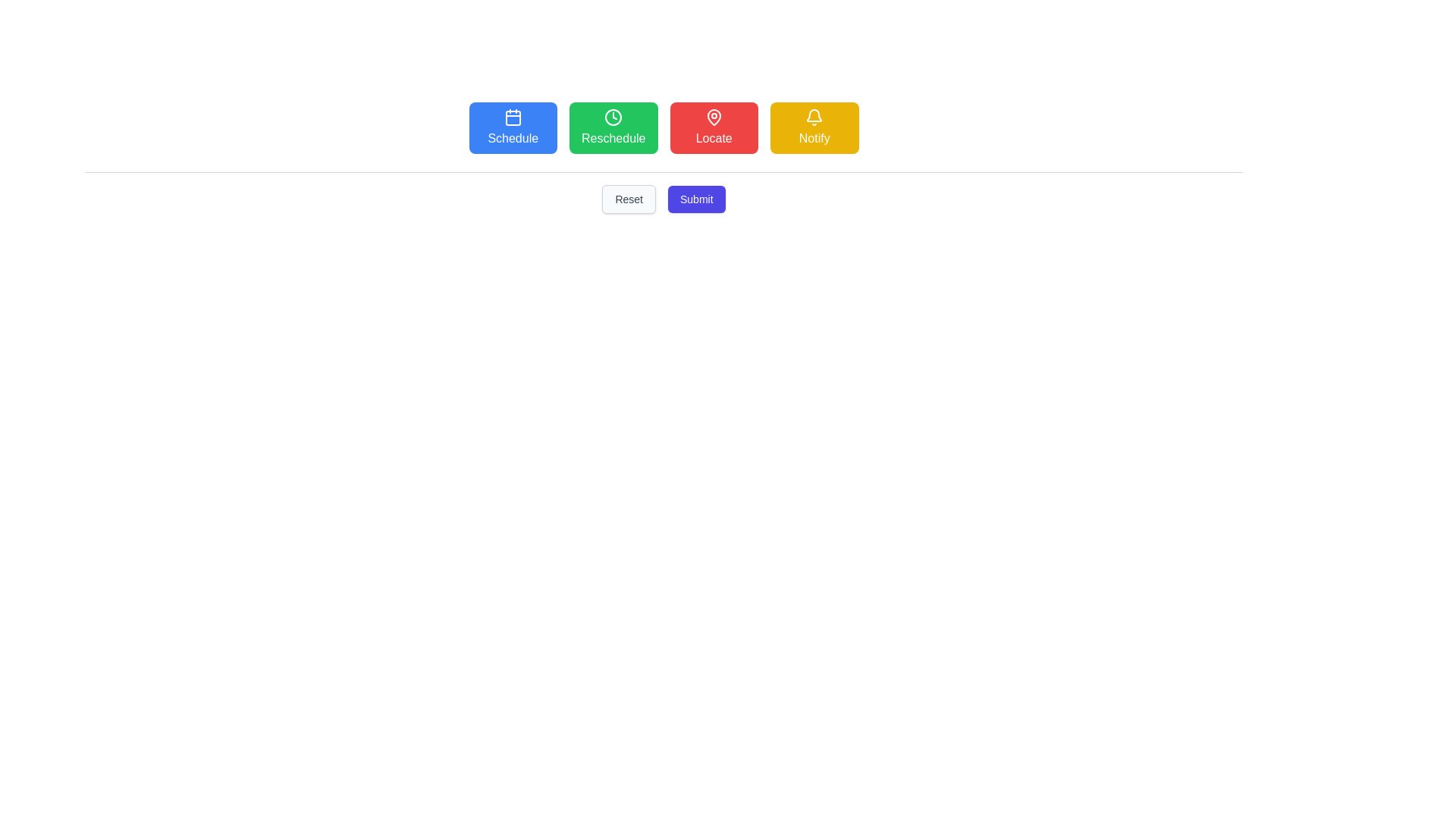 The image size is (1456, 819). What do you see at coordinates (713, 116) in the screenshot?
I see `the minimalist white pin icon with thin, rounded outlines on a red circular background, which is centered within the 'Locate' button` at bounding box center [713, 116].